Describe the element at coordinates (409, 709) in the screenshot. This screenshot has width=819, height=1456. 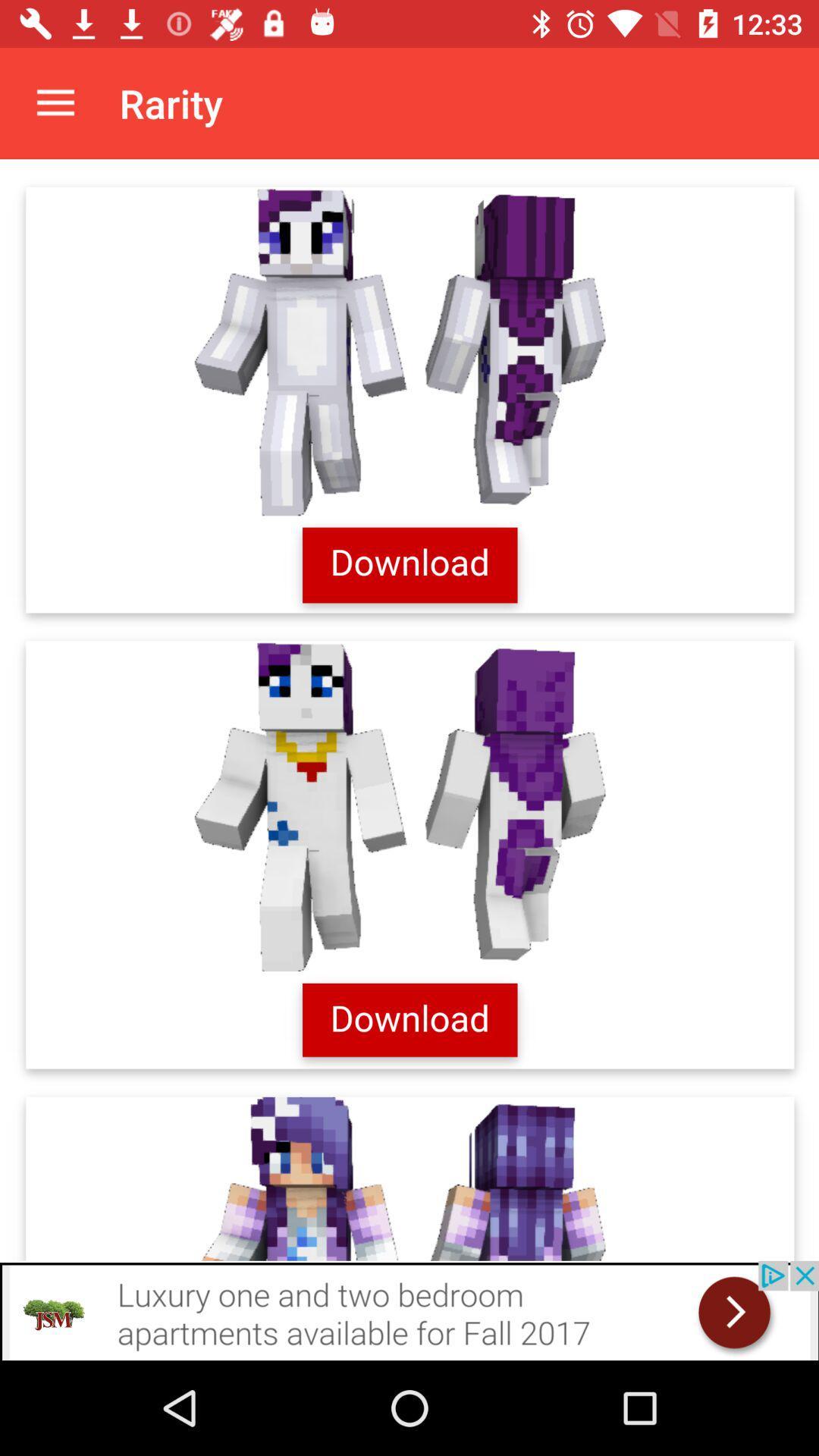
I see `descrition` at that location.